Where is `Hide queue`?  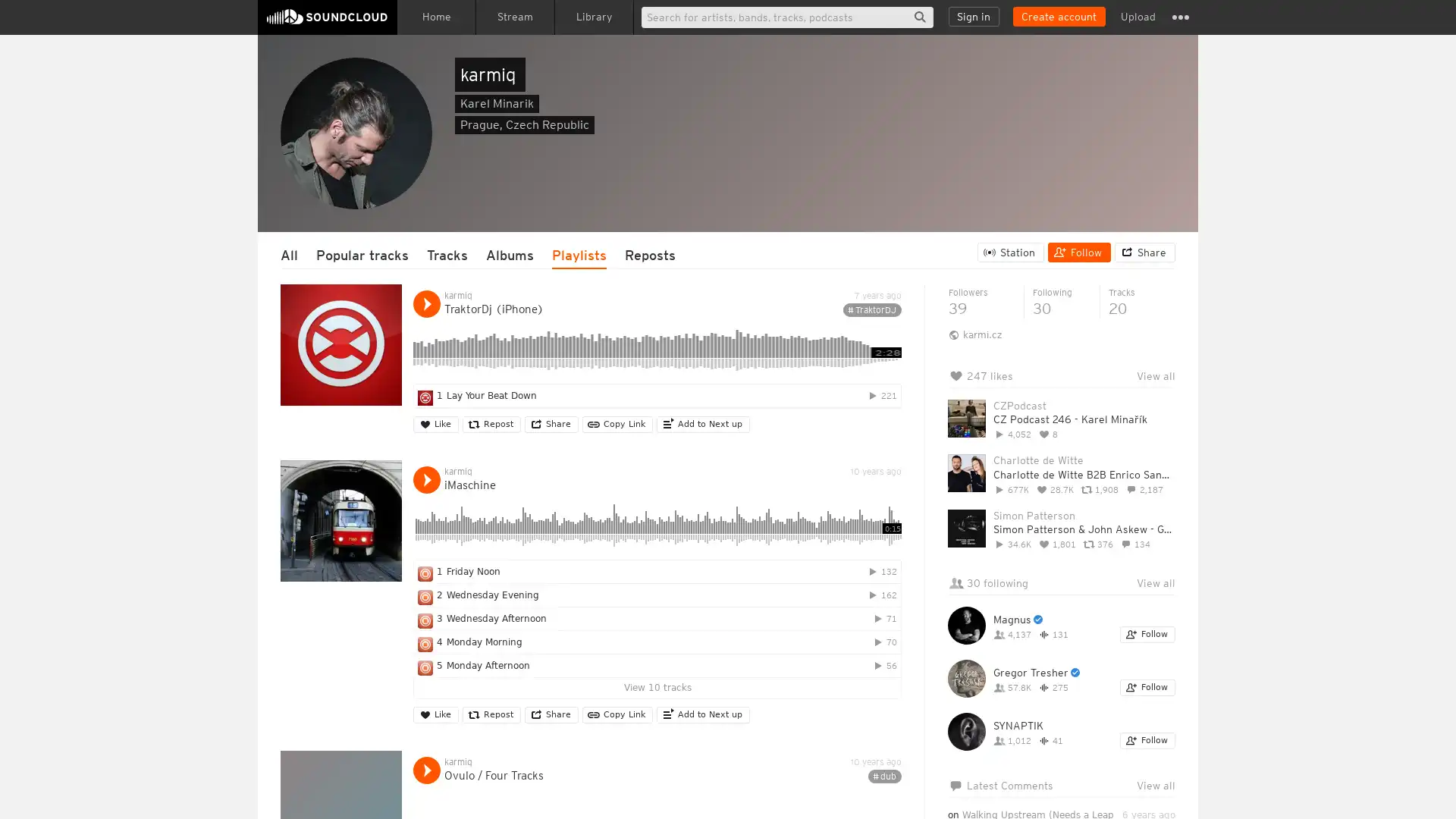
Hide queue is located at coordinates (1165, 414).